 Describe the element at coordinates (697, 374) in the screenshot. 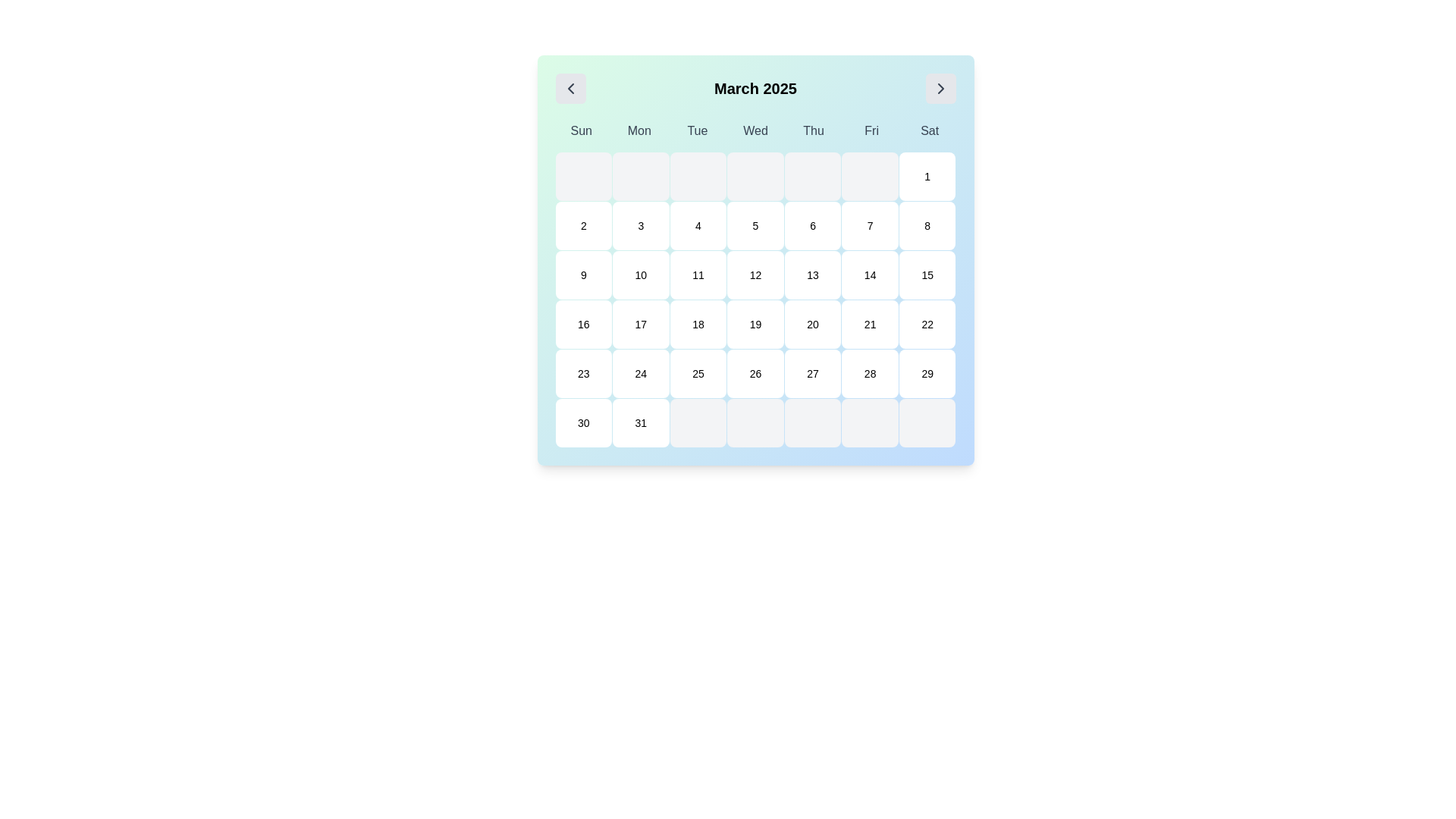

I see `the calendar day cell representing the date 25 in the fifth row and fifth column of the grid` at that location.